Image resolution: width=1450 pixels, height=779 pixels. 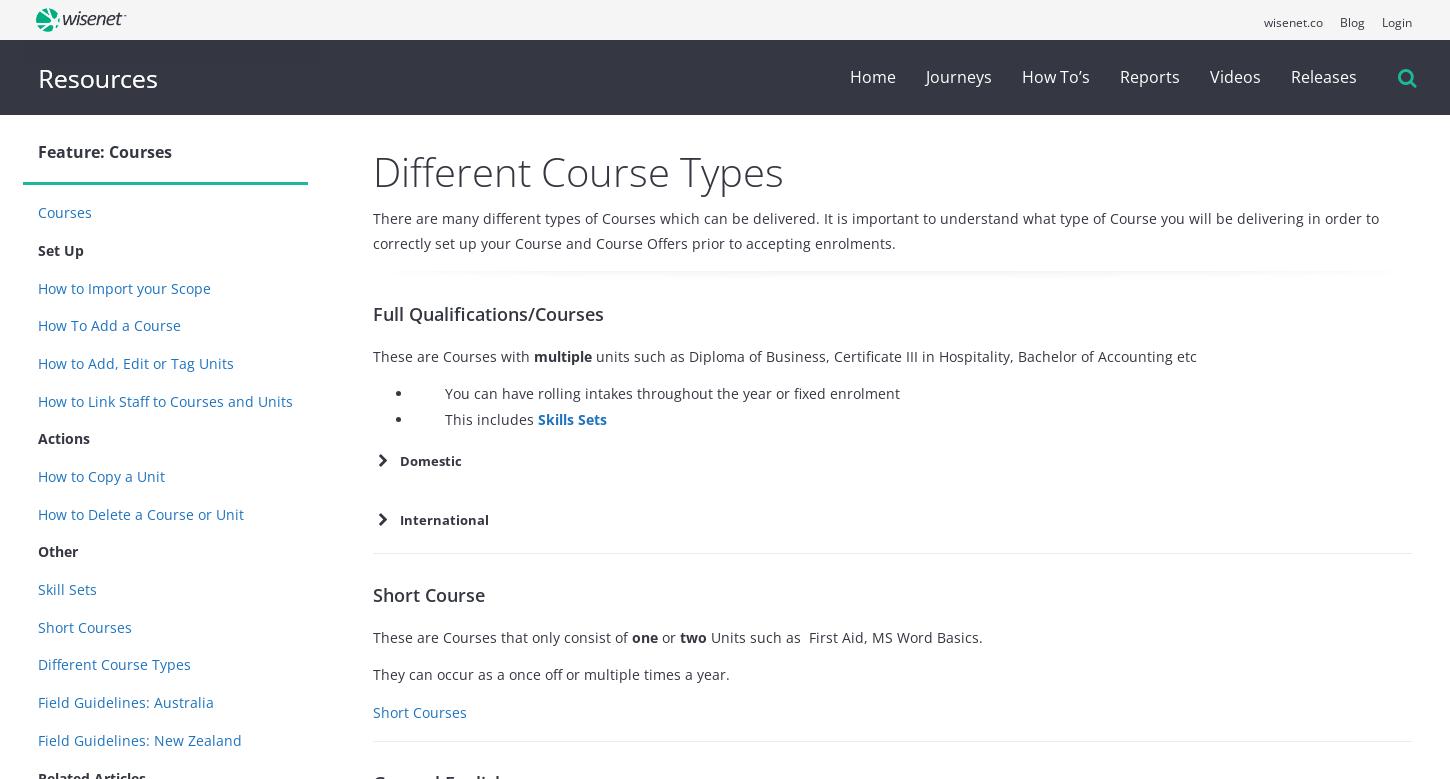 What do you see at coordinates (399, 519) in the screenshot?
I see `'International'` at bounding box center [399, 519].